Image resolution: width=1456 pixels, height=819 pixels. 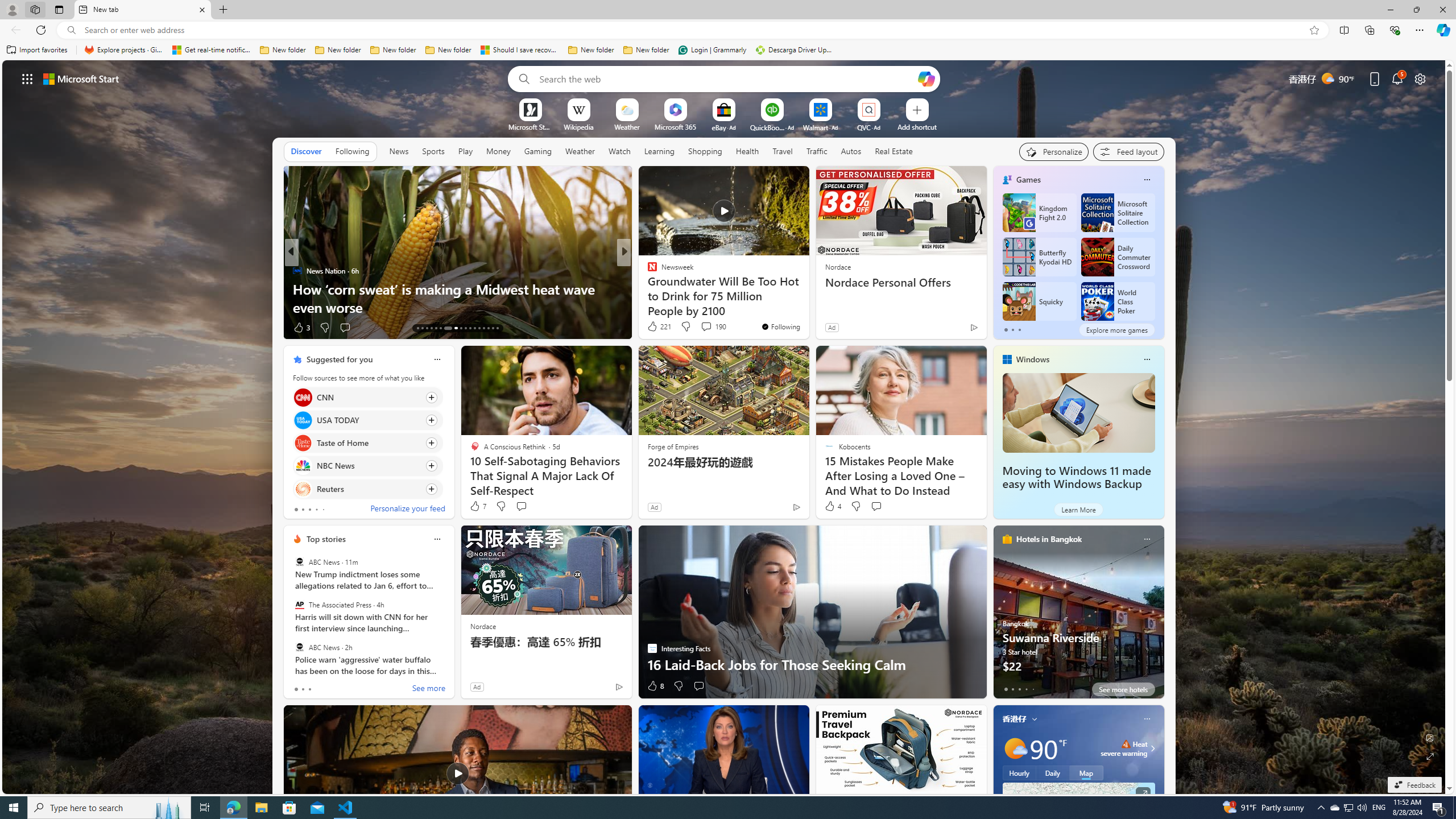 I want to click on 'View comments 1 Comment', so click(x=698, y=326).